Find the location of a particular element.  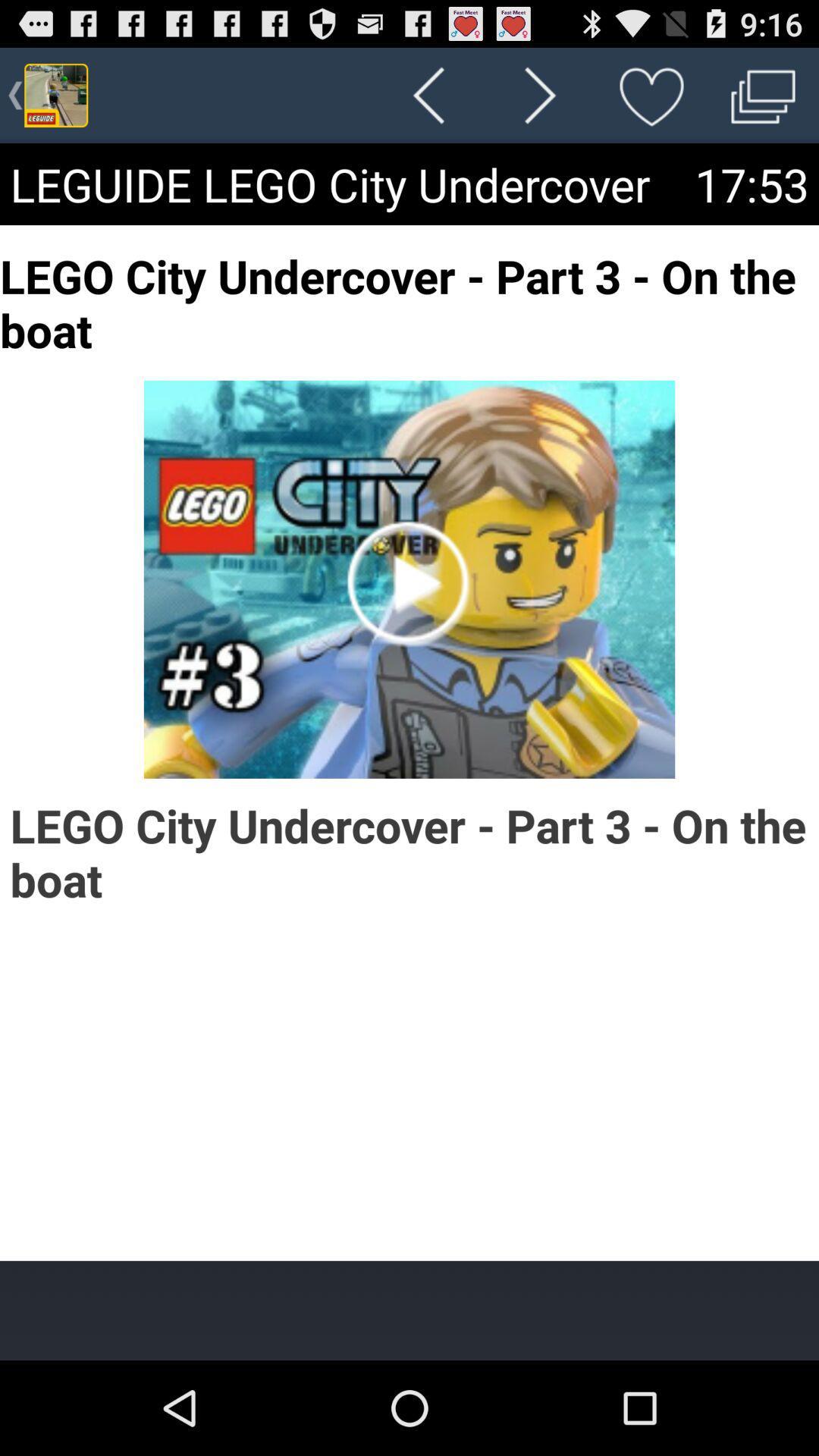

the icon above the leguide lego city icon is located at coordinates (428, 94).